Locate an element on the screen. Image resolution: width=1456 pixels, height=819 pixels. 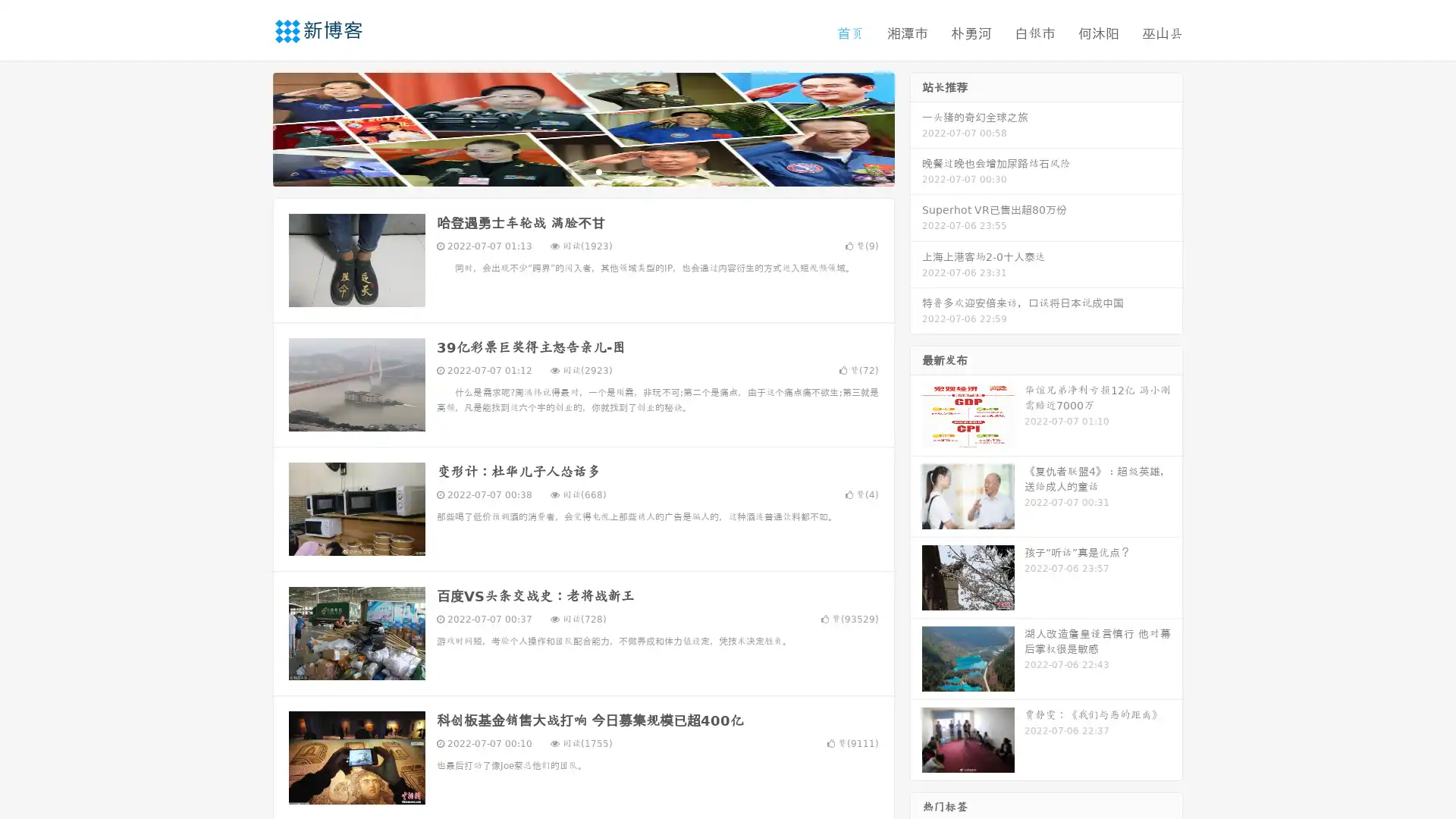
Go to slide 2 is located at coordinates (582, 171).